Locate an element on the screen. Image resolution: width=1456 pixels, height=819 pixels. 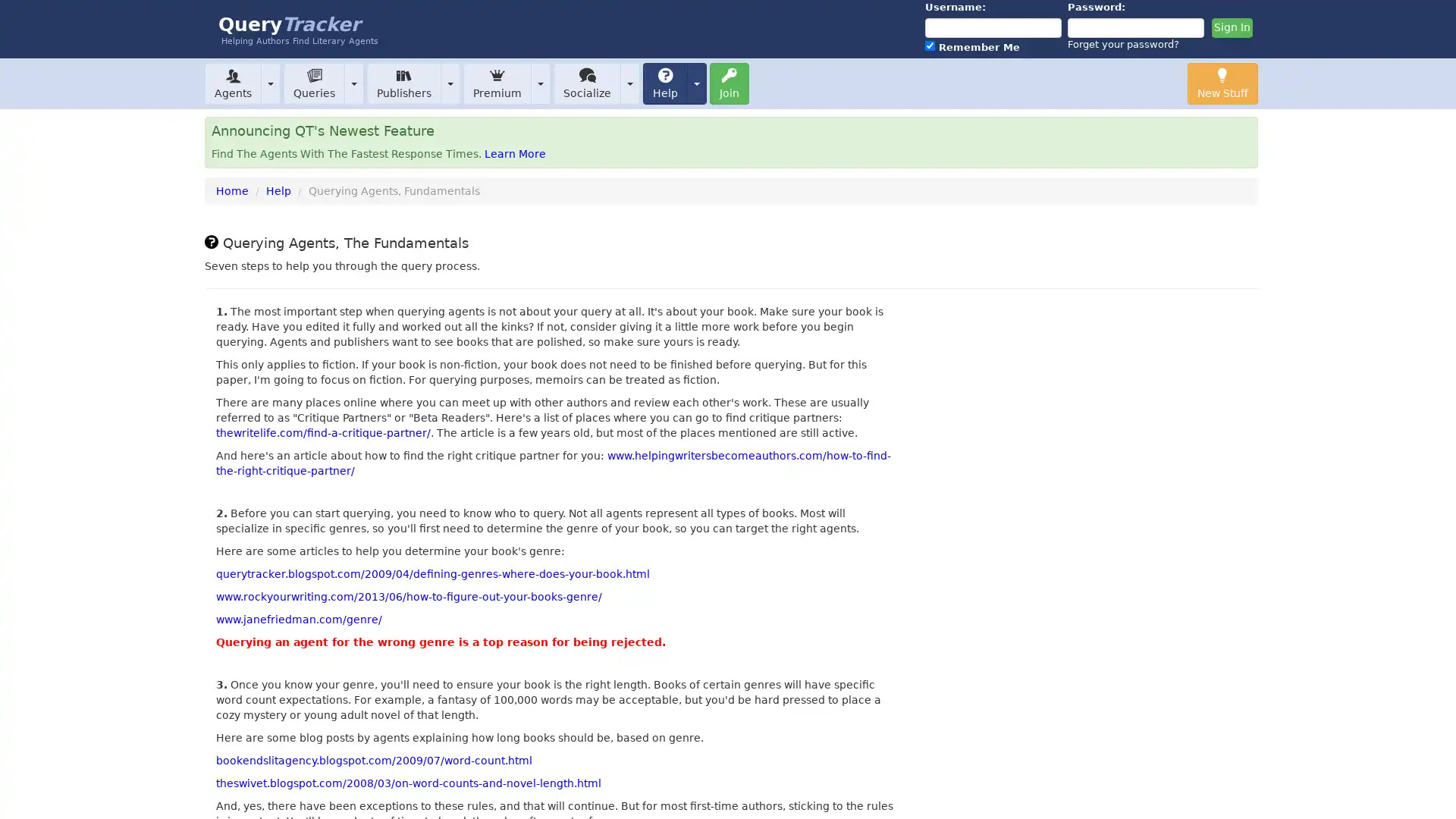
Toggle Dropdown is located at coordinates (695, 83).